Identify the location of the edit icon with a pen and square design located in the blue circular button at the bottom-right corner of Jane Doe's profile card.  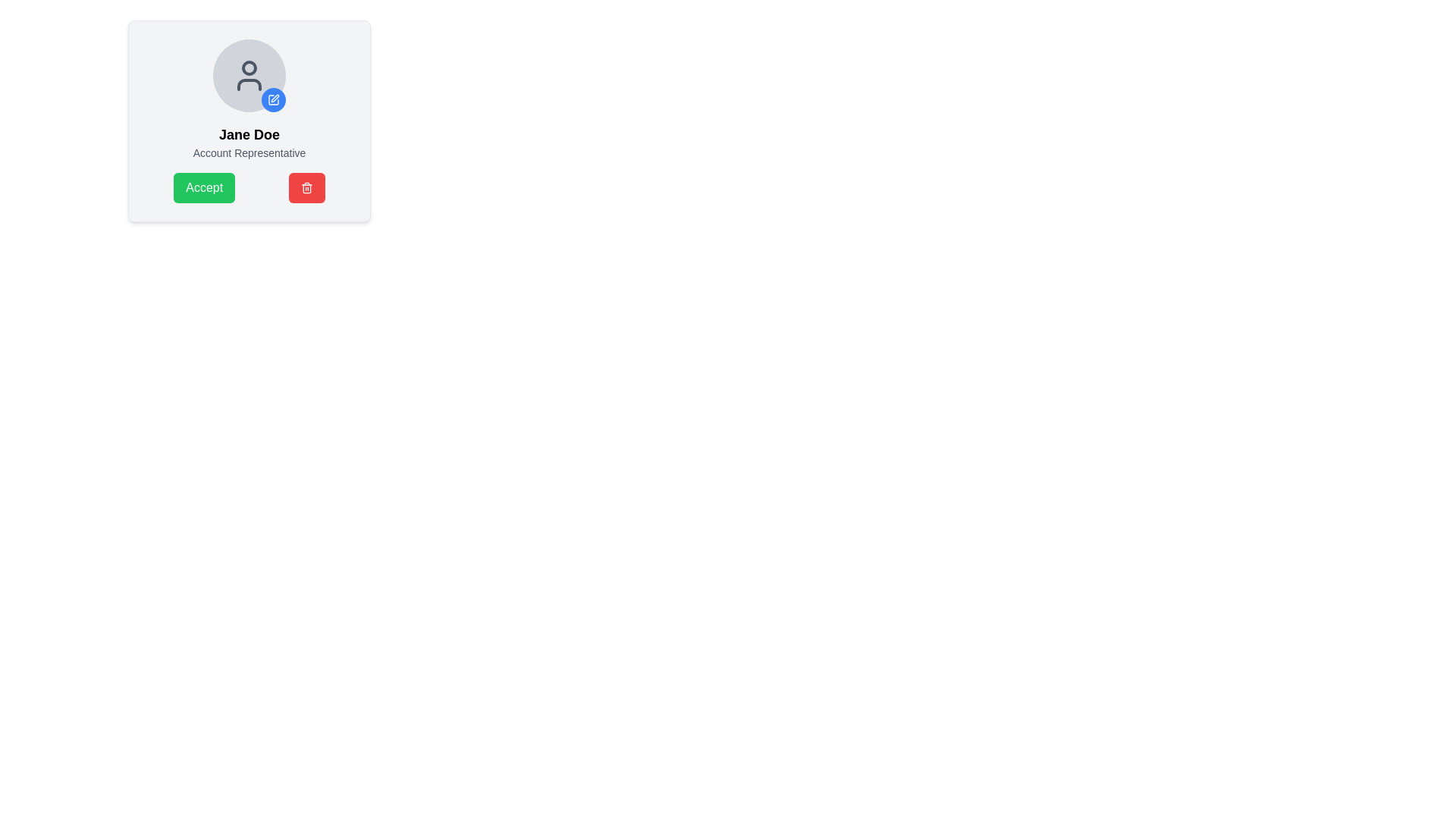
(273, 99).